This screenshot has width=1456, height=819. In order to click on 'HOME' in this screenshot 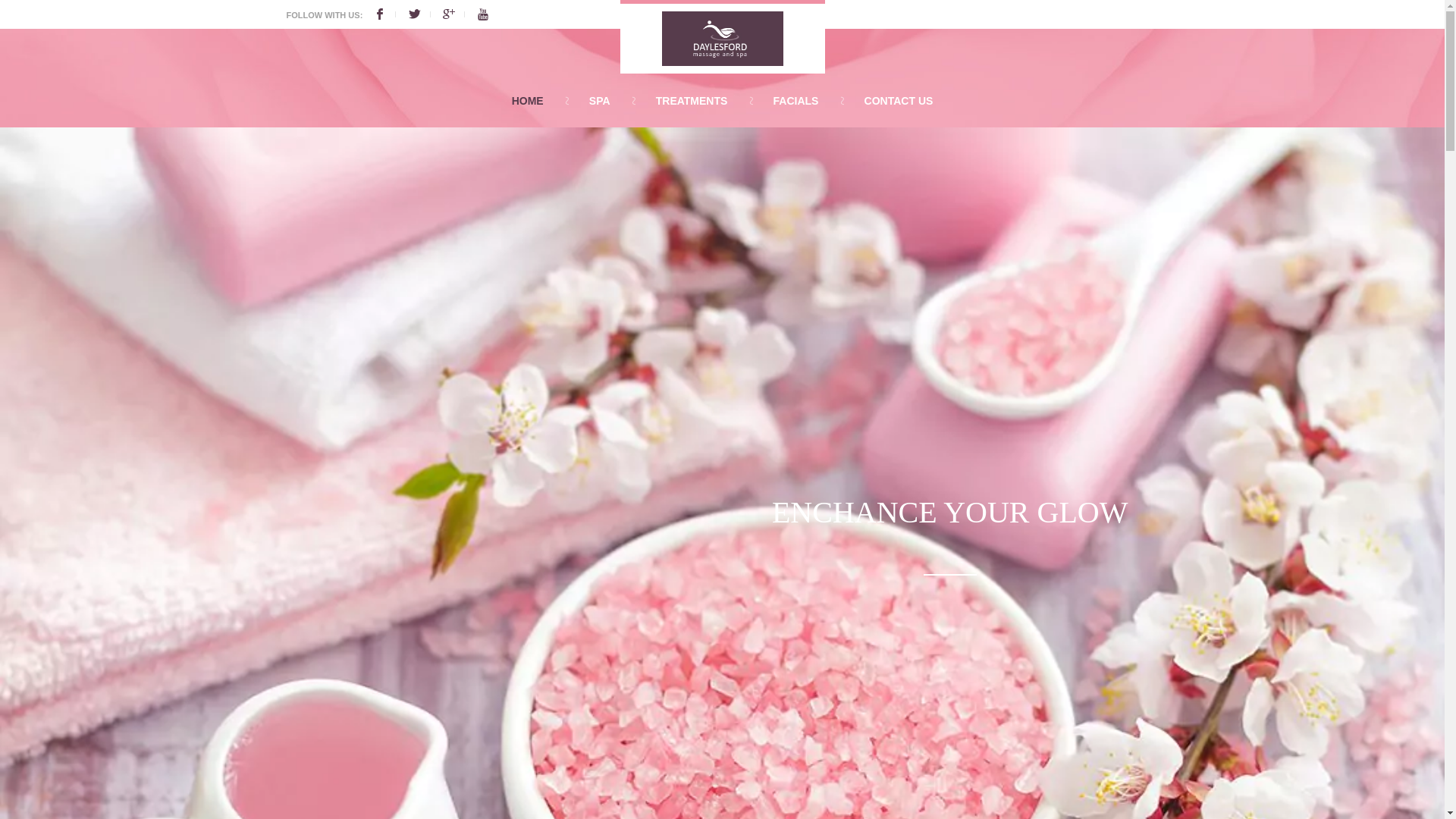, I will do `click(528, 100)`.